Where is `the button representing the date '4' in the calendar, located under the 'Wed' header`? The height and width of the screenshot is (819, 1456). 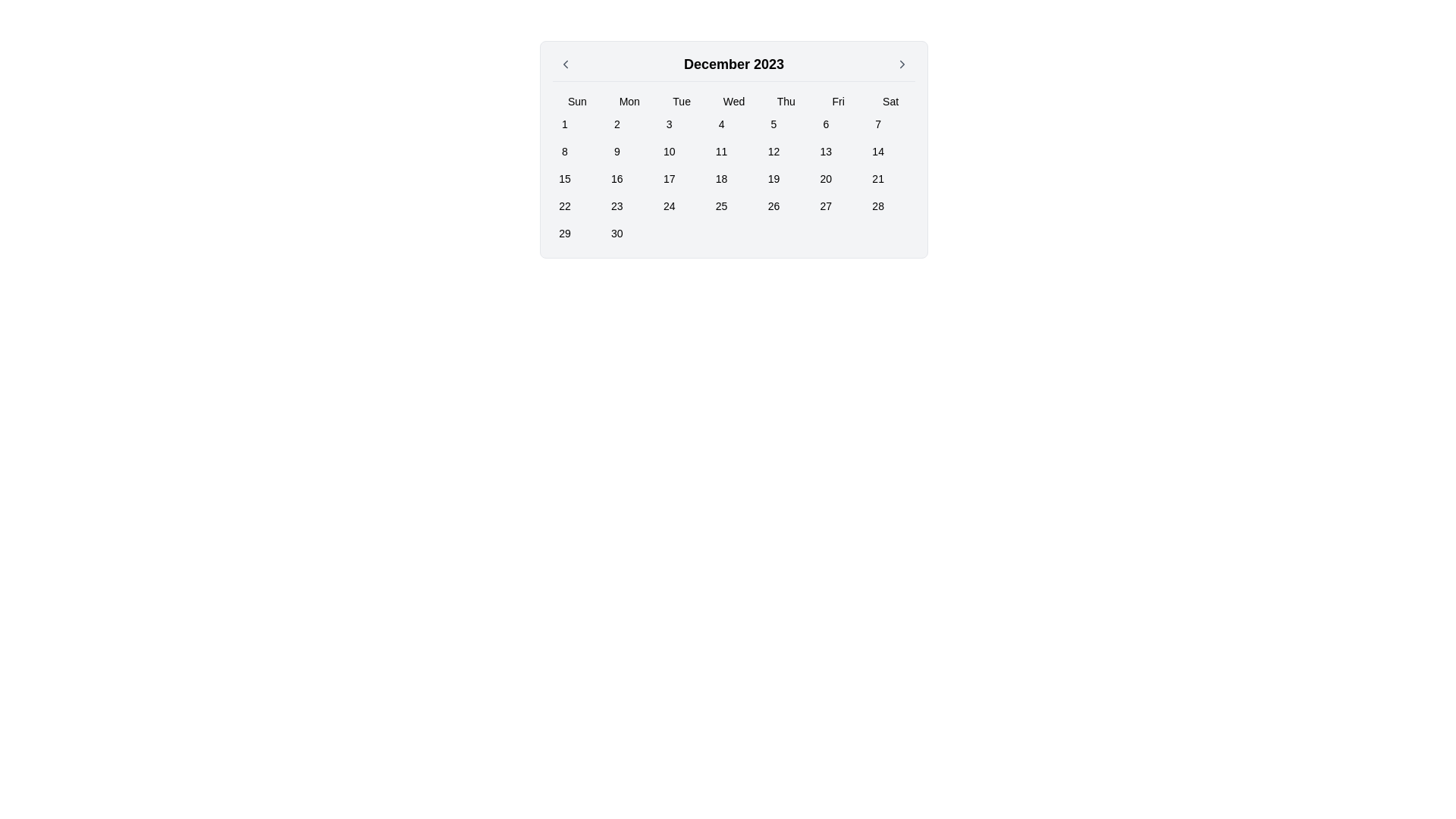
the button representing the date '4' in the calendar, located under the 'Wed' header is located at coordinates (720, 124).